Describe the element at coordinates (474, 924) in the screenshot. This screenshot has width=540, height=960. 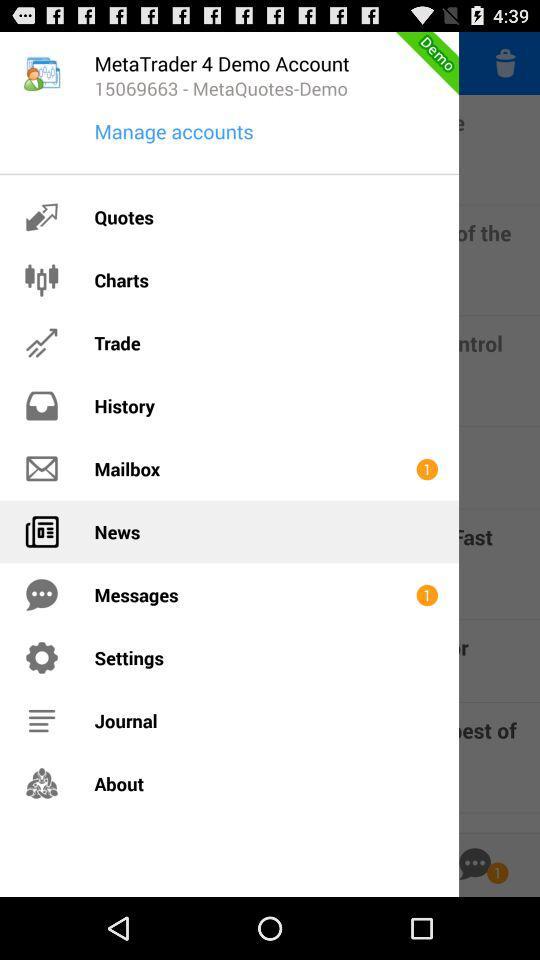
I see `the chat icon` at that location.